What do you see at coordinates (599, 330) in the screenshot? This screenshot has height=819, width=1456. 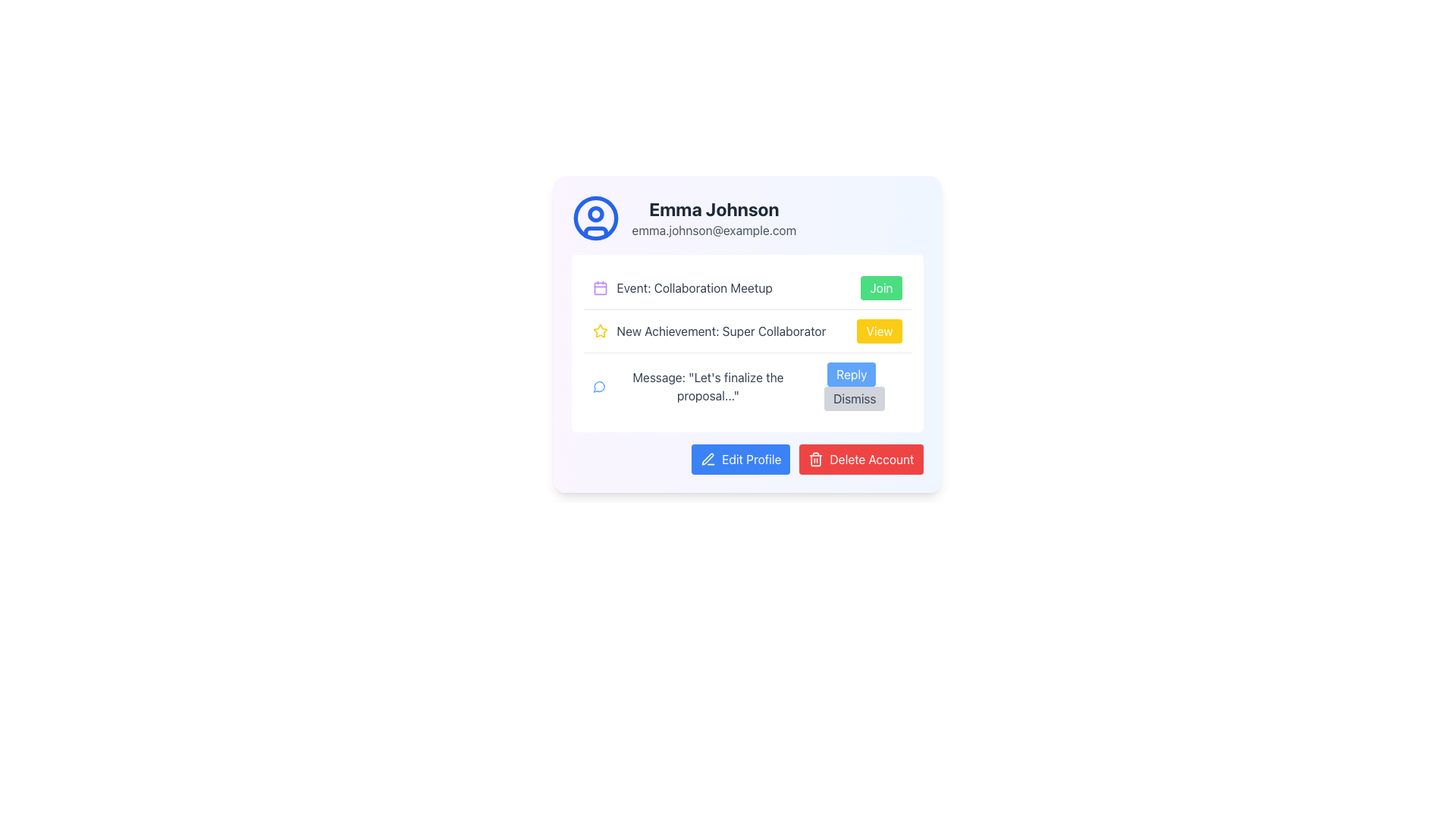 I see `the star-shaped icon with a light yellow color located to the left of the text 'New Achievement: Super Collaborator'` at bounding box center [599, 330].